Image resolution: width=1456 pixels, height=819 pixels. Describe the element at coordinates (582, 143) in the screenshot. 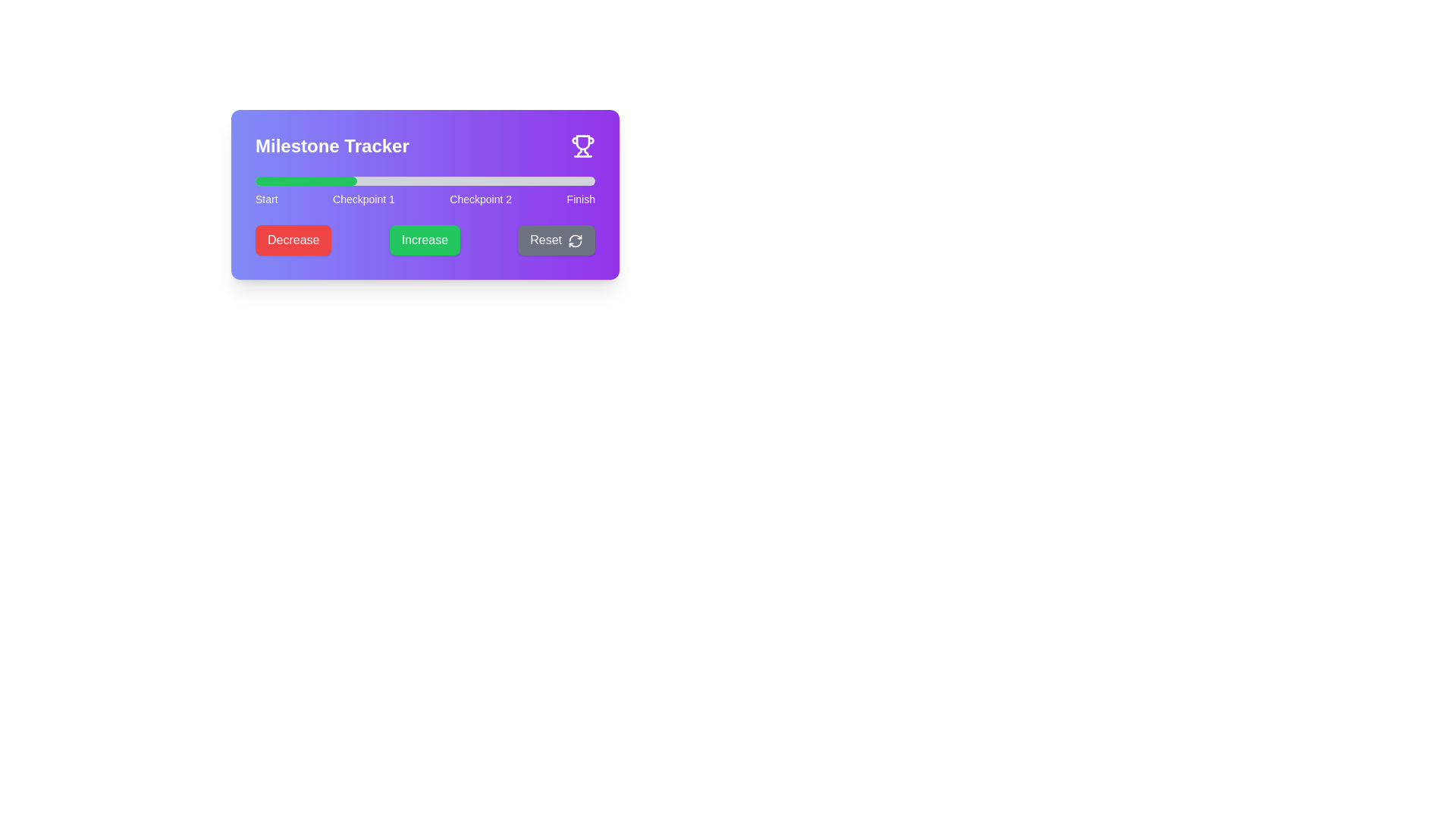

I see `the central part of the trophy icon graphic, which serves as a visual indicator for success, located in the upper-right area of the purple background labeled 'Milestone Tracker'` at that location.